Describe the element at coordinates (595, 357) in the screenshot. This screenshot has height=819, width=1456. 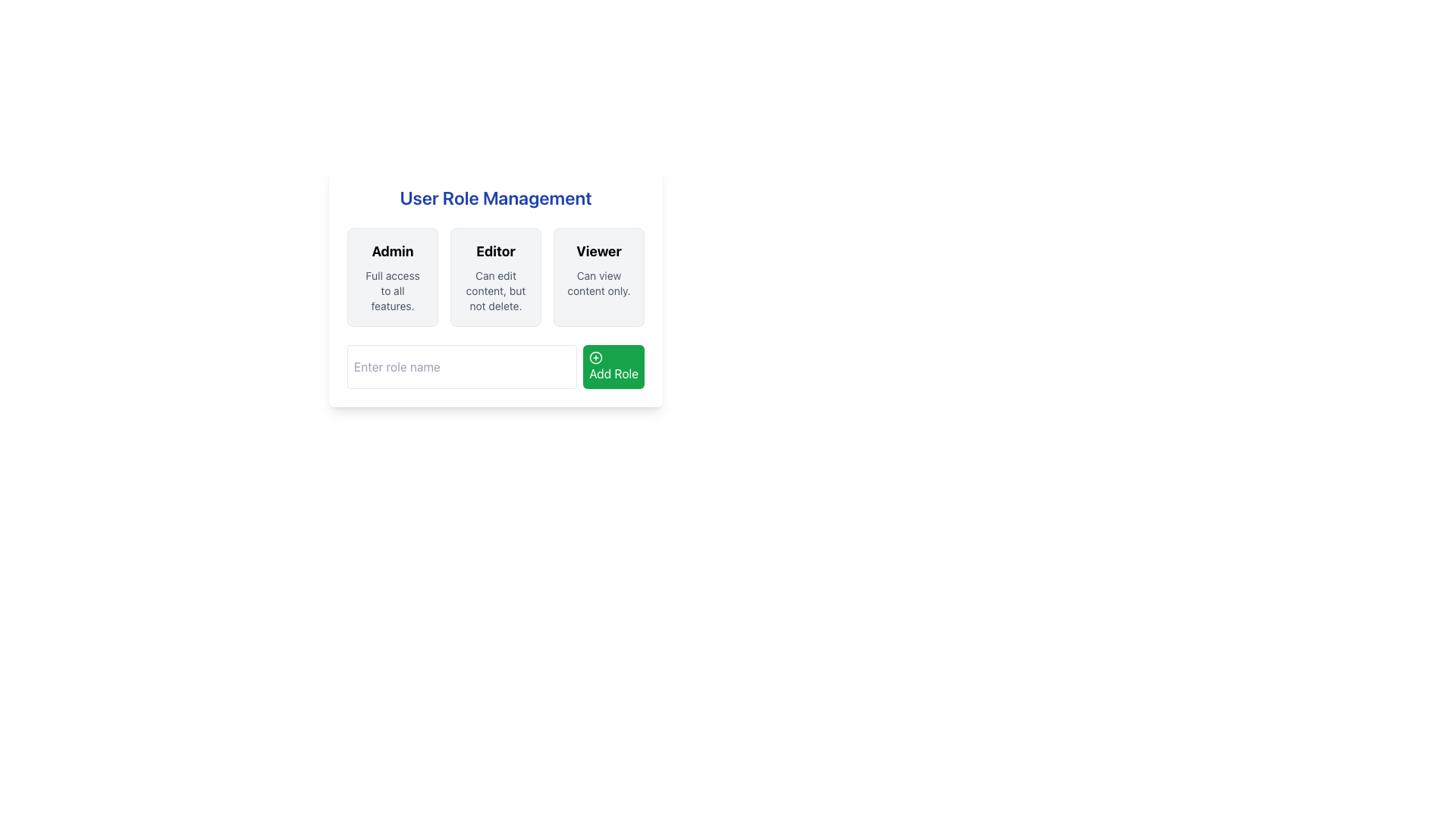
I see `the circular element within the 'Add Role' green button icon, which is centrally located in the interface layout and features a cross symbol, indicating potential actions like addition` at that location.